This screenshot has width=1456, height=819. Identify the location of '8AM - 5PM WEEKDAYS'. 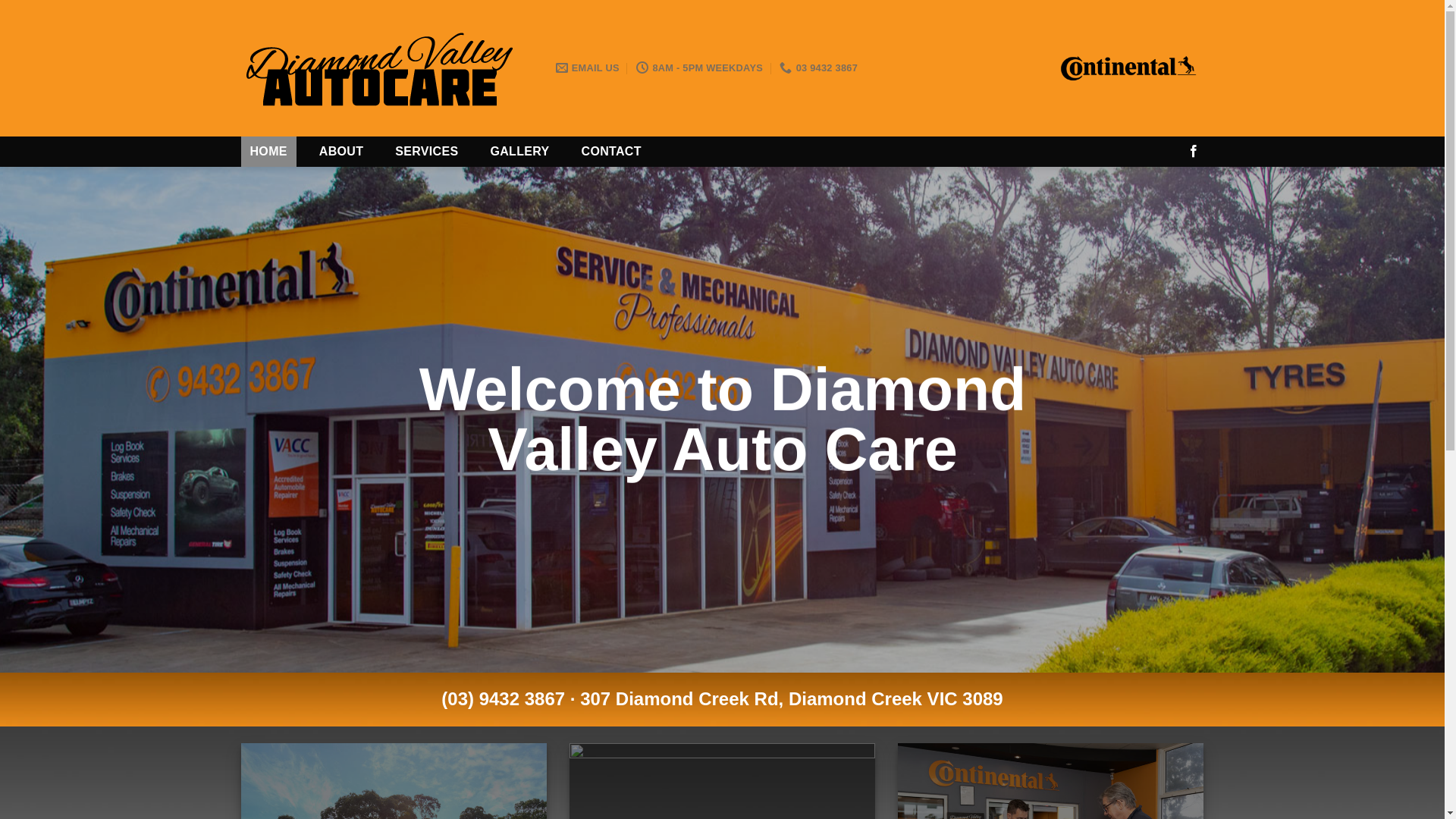
(698, 67).